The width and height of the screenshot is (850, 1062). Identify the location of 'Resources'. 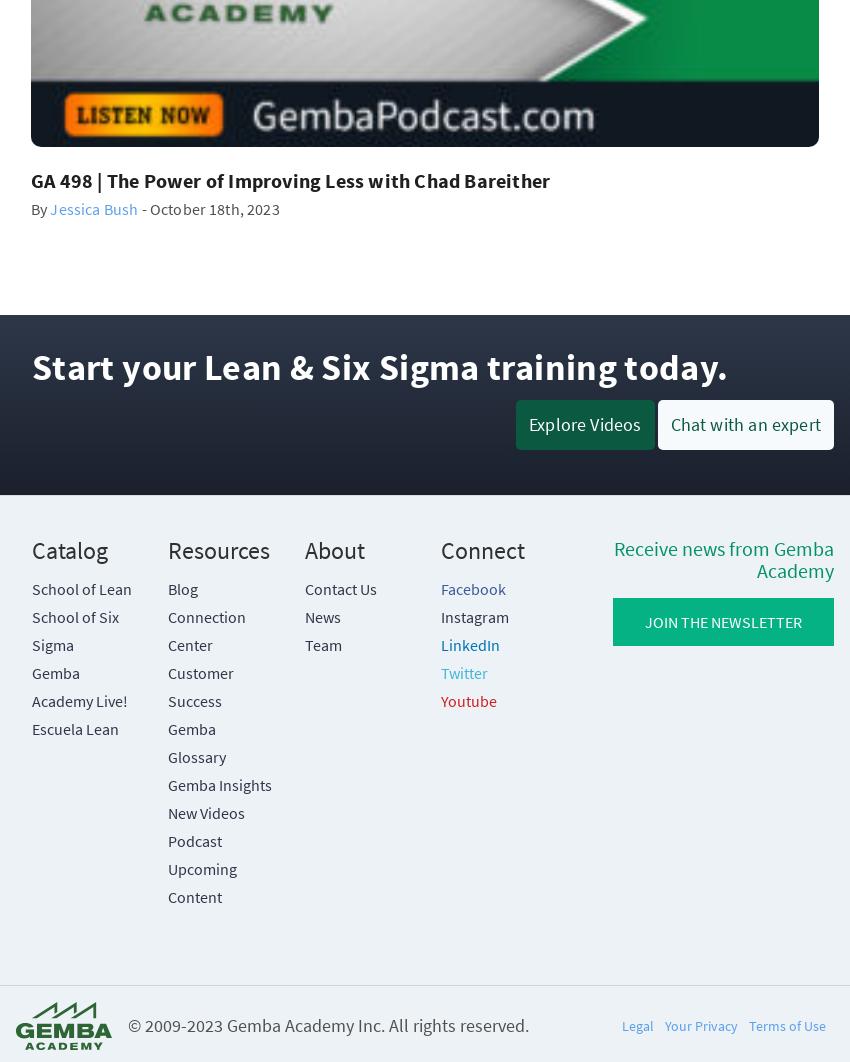
(218, 550).